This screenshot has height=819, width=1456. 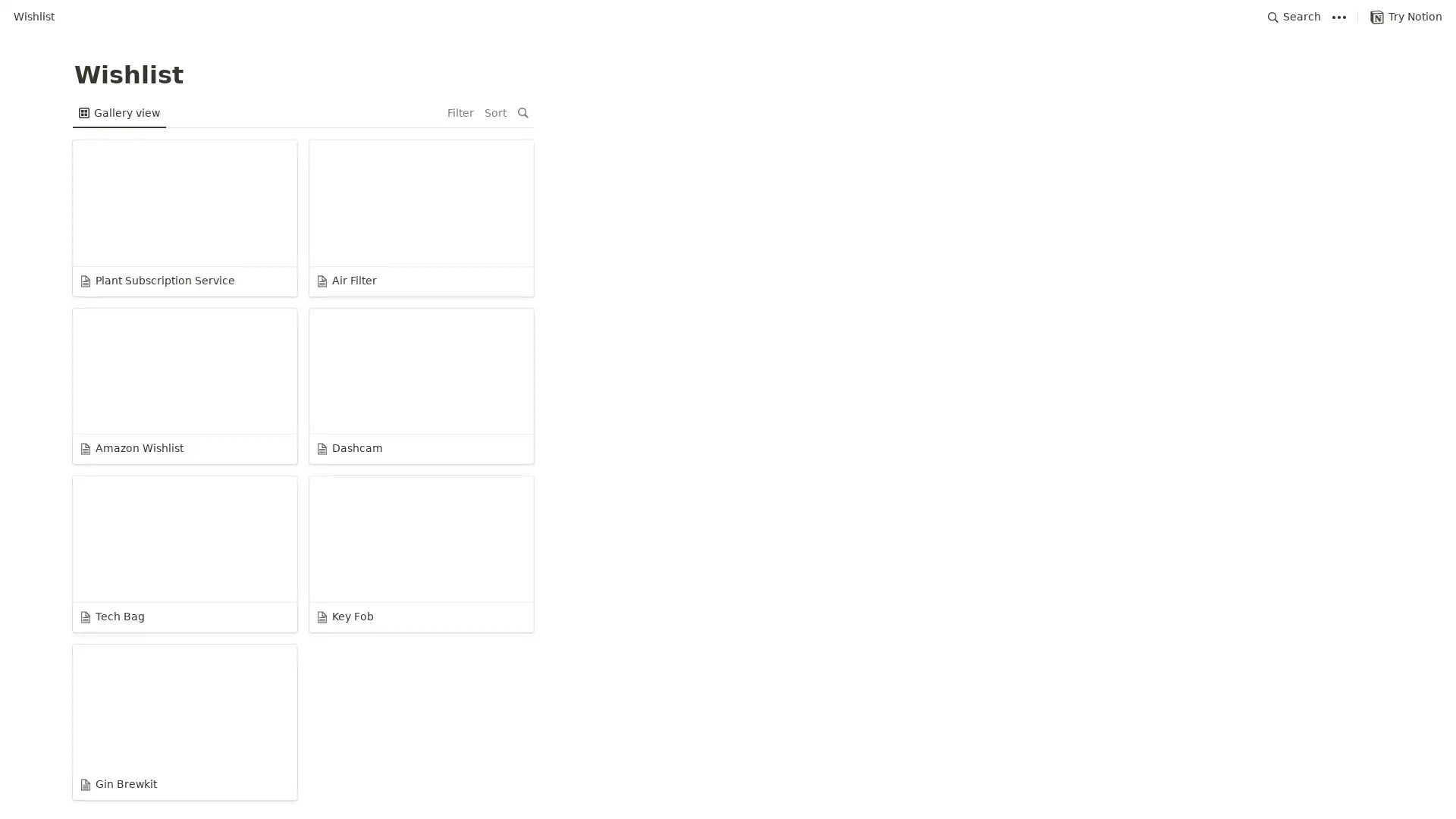 I want to click on Drag image to reposition Key Fob, so click(x=1278, y=224).